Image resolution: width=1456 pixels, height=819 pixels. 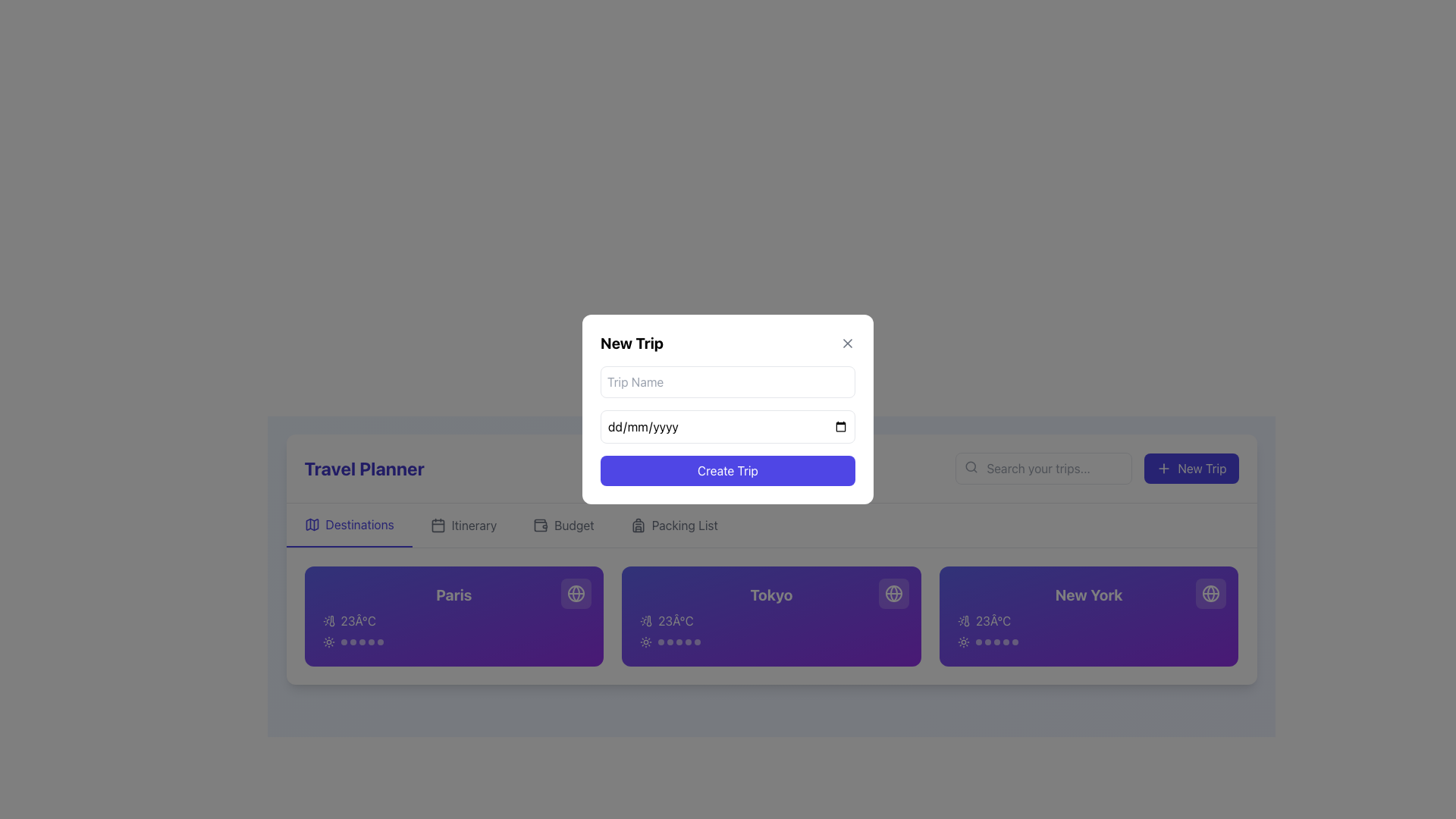 I want to click on the close button located in the top-right corner of the 'New Trip' popup window, so click(x=847, y=343).